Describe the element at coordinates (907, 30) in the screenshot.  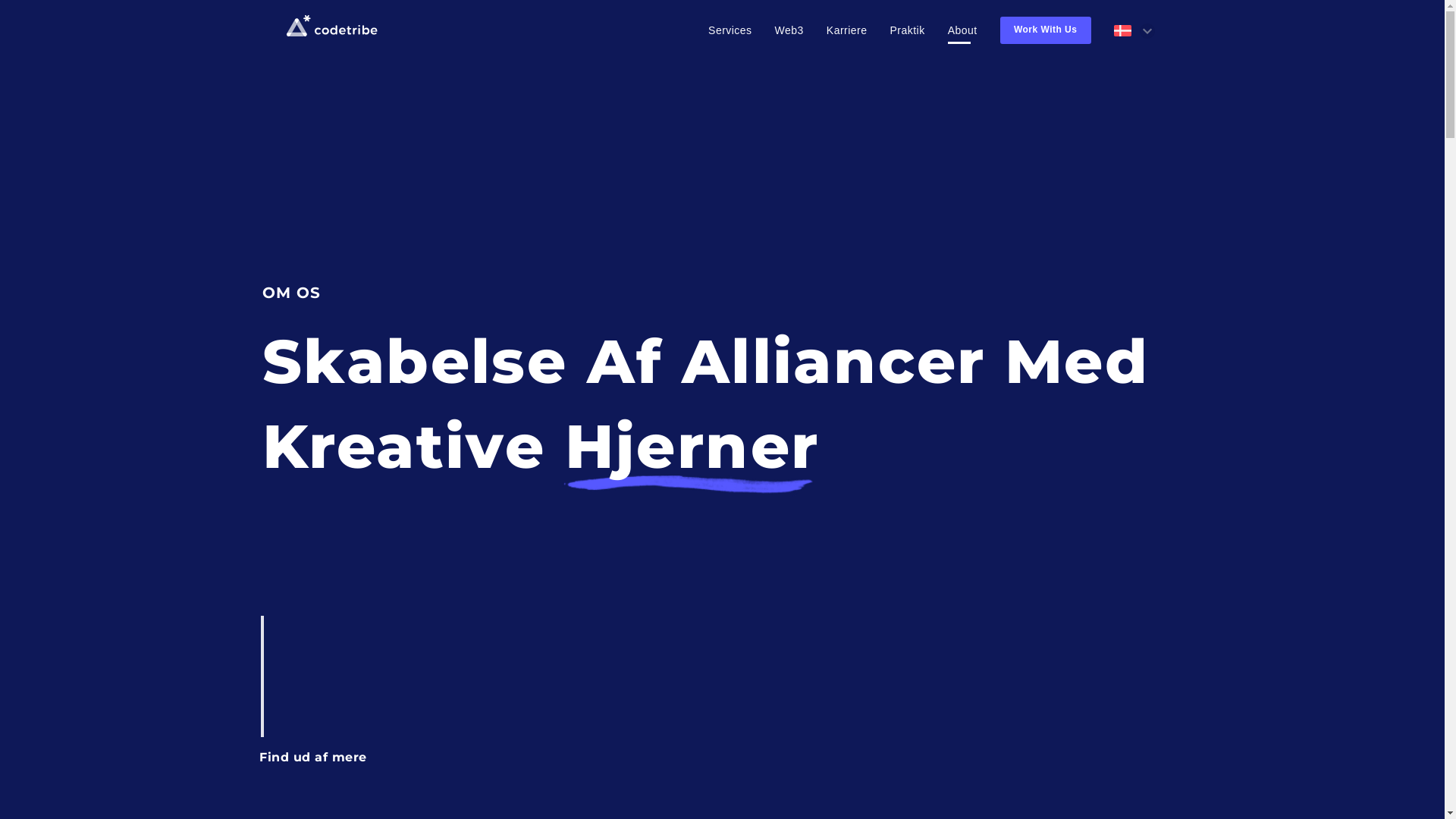
I see `'Praktik'` at that location.